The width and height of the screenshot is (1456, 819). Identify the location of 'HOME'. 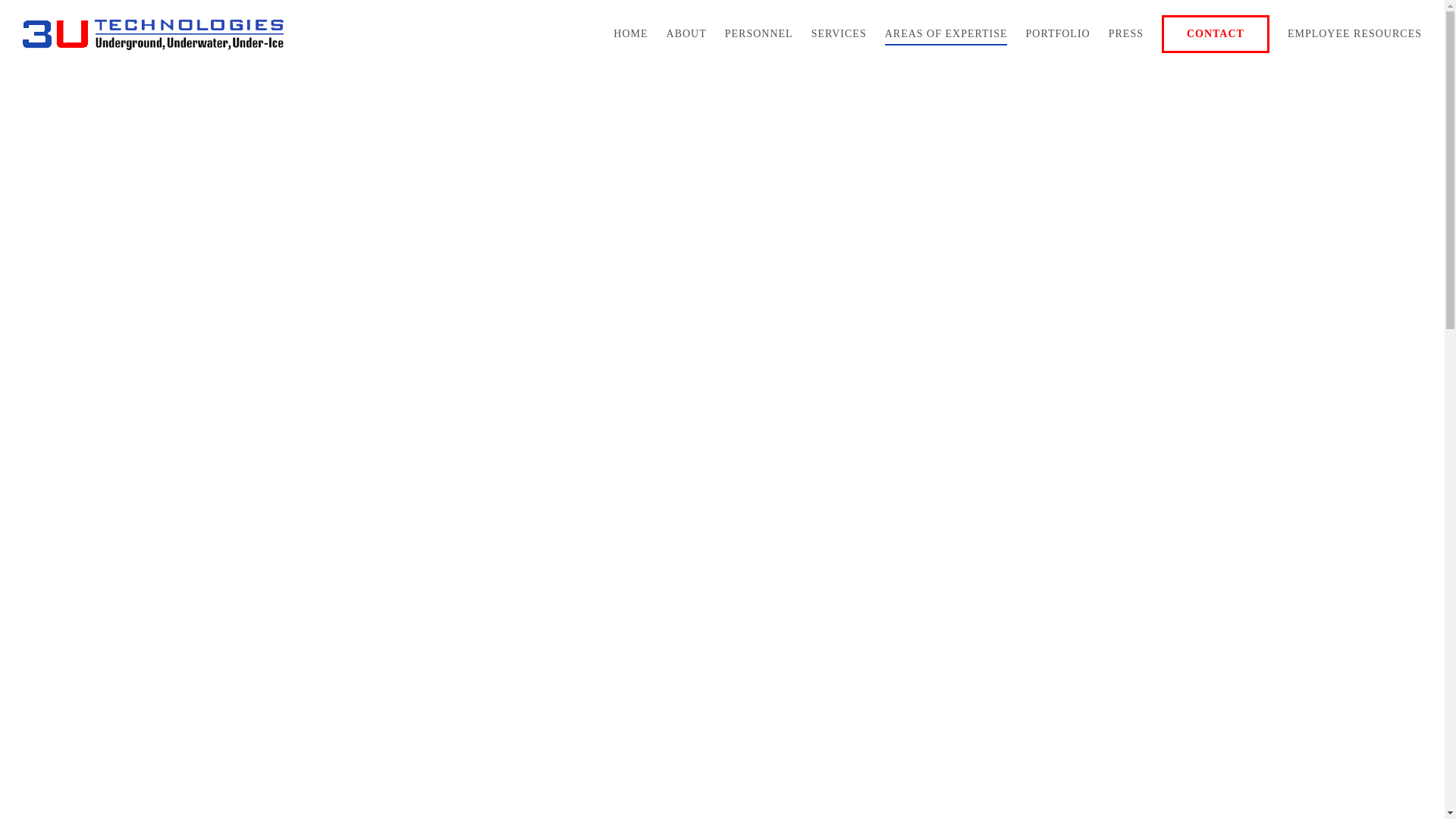
(630, 34).